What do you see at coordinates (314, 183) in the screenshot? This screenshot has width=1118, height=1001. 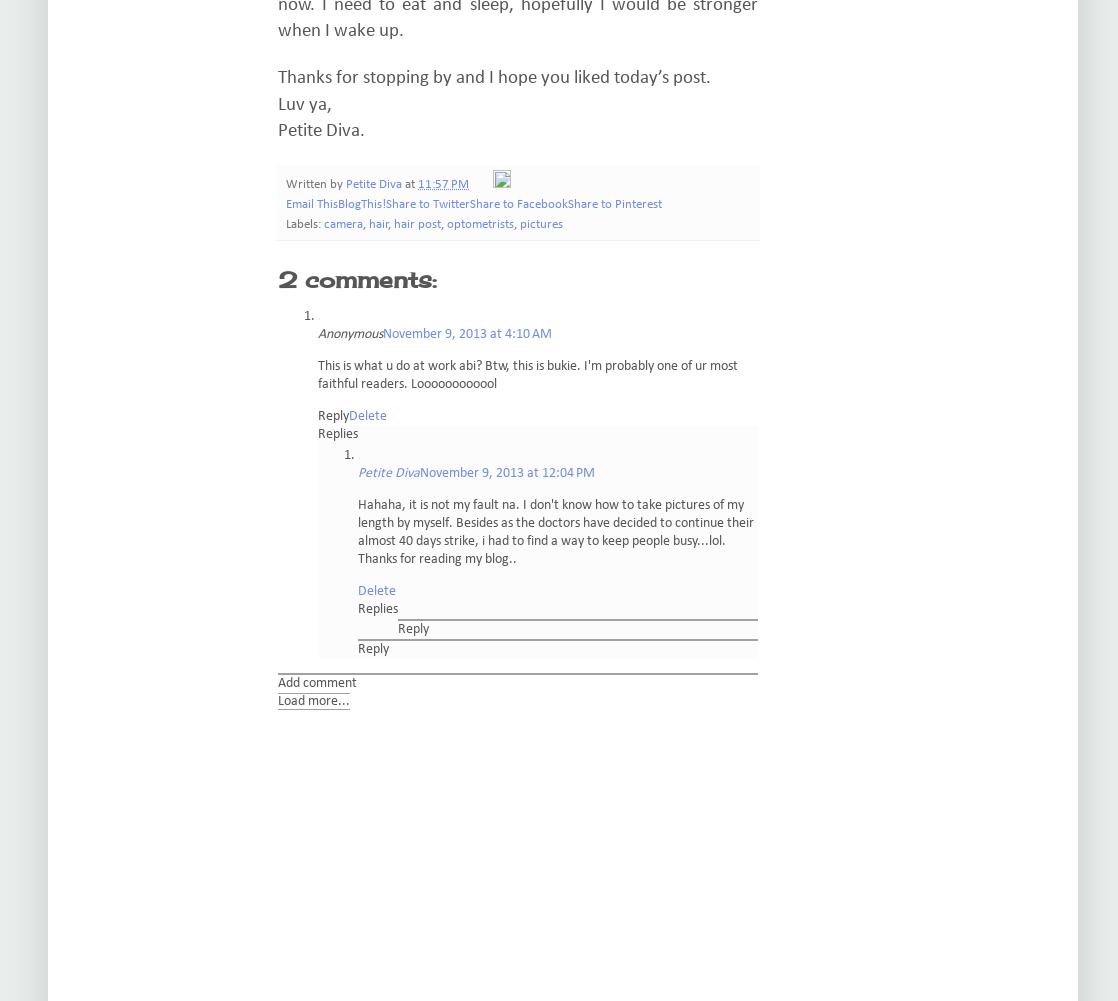 I see `'Written by'` at bounding box center [314, 183].